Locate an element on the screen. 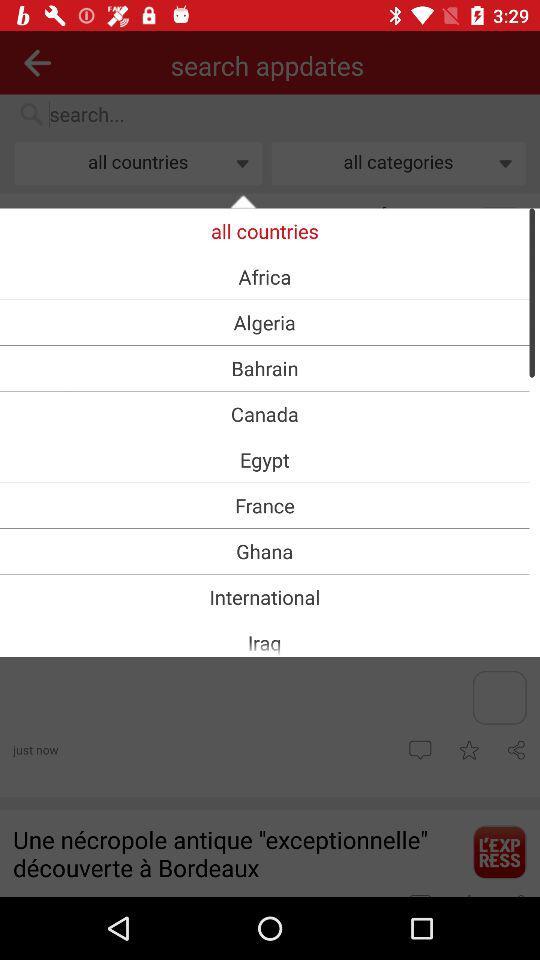  the item below the bahrain is located at coordinates (264, 413).